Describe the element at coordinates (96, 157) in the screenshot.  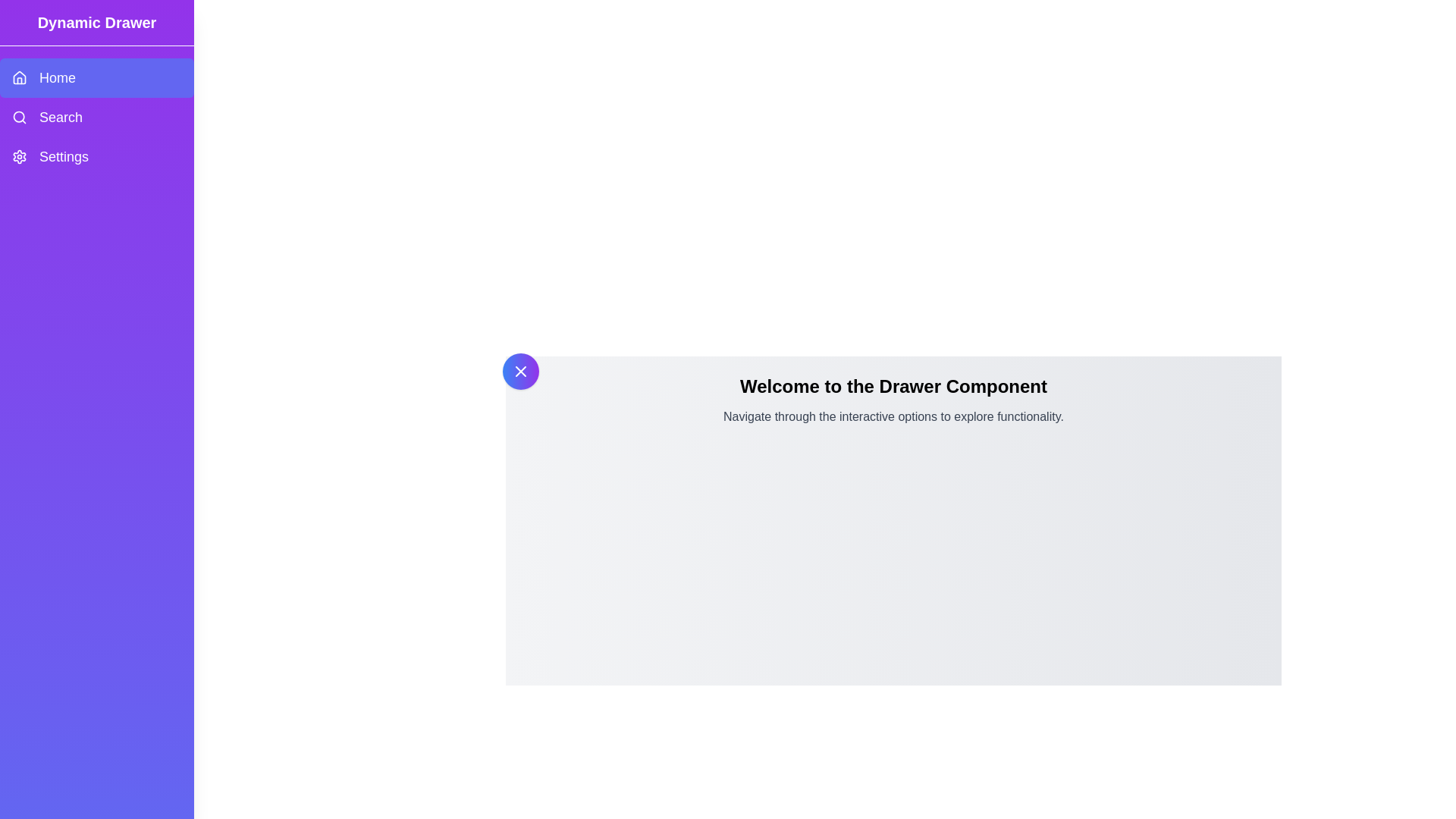
I see `the Settings from the drawer menu` at that location.